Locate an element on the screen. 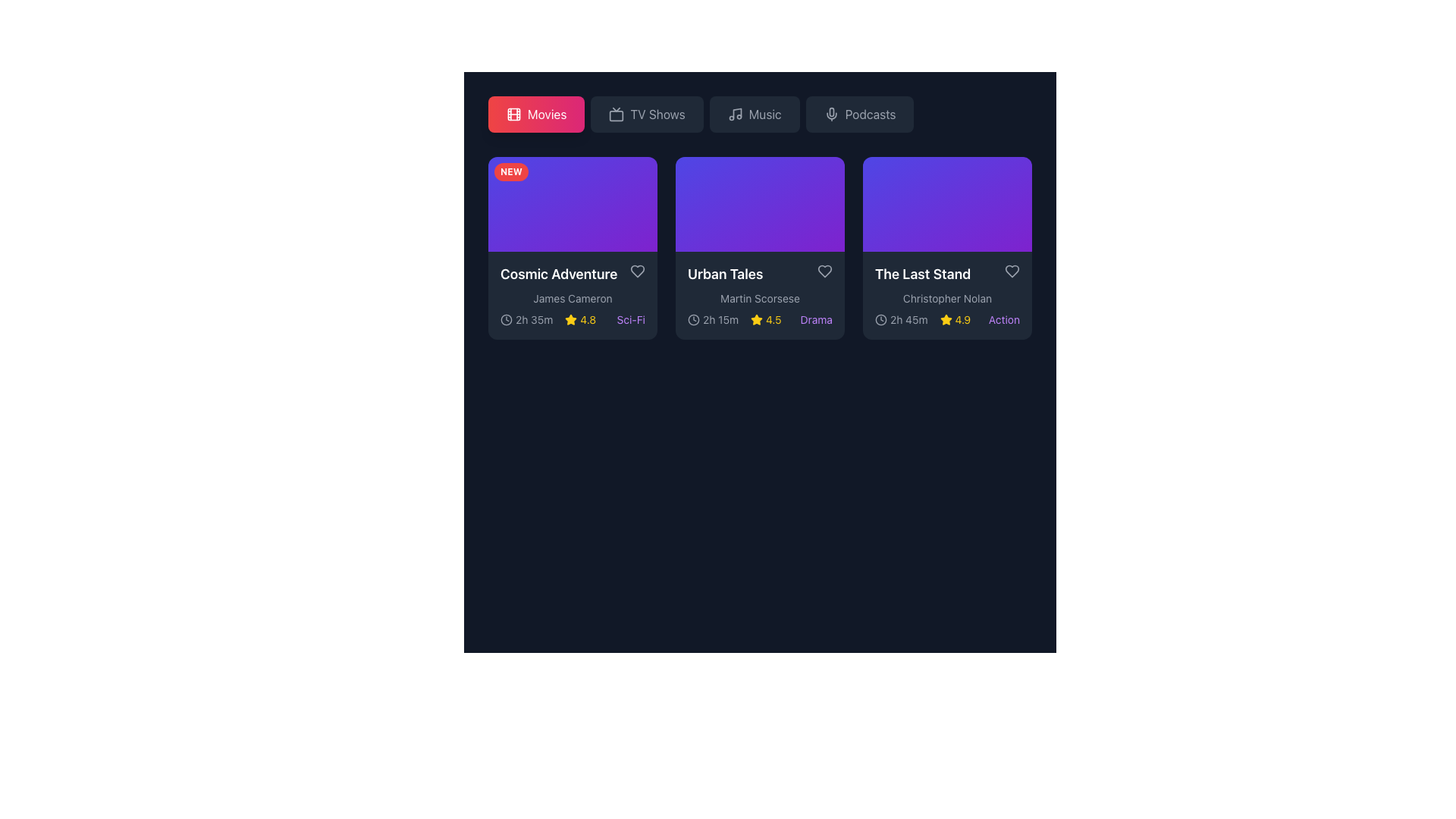  the circular play button with a white background and purple hue located at the center of the 'Urban Tales' card to play is located at coordinates (760, 203).